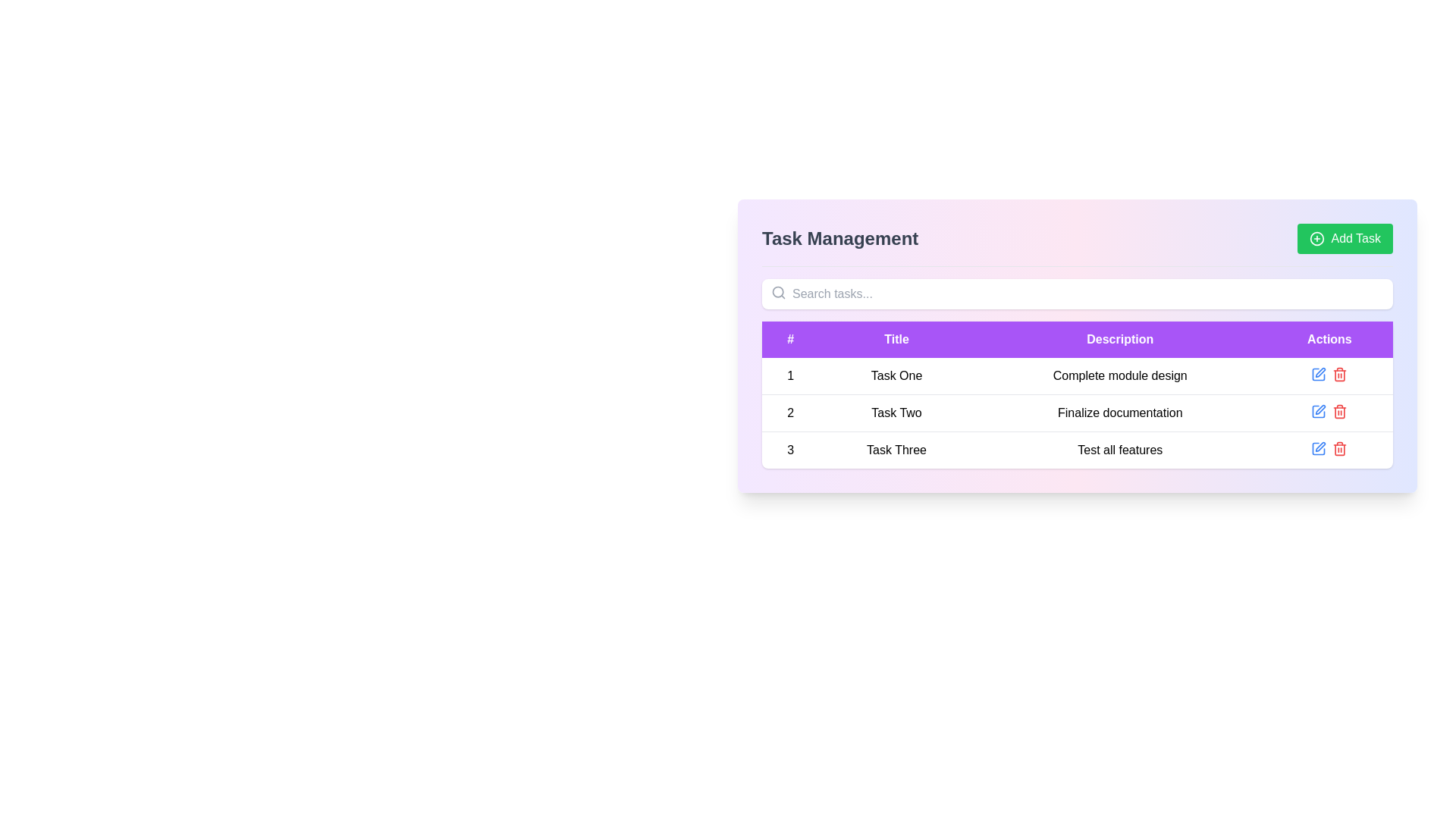 The image size is (1456, 819). Describe the element at coordinates (1120, 449) in the screenshot. I see `the static text display that provides the description for the task labeled 'Task Three', located in the 'Description' column of the table` at that location.